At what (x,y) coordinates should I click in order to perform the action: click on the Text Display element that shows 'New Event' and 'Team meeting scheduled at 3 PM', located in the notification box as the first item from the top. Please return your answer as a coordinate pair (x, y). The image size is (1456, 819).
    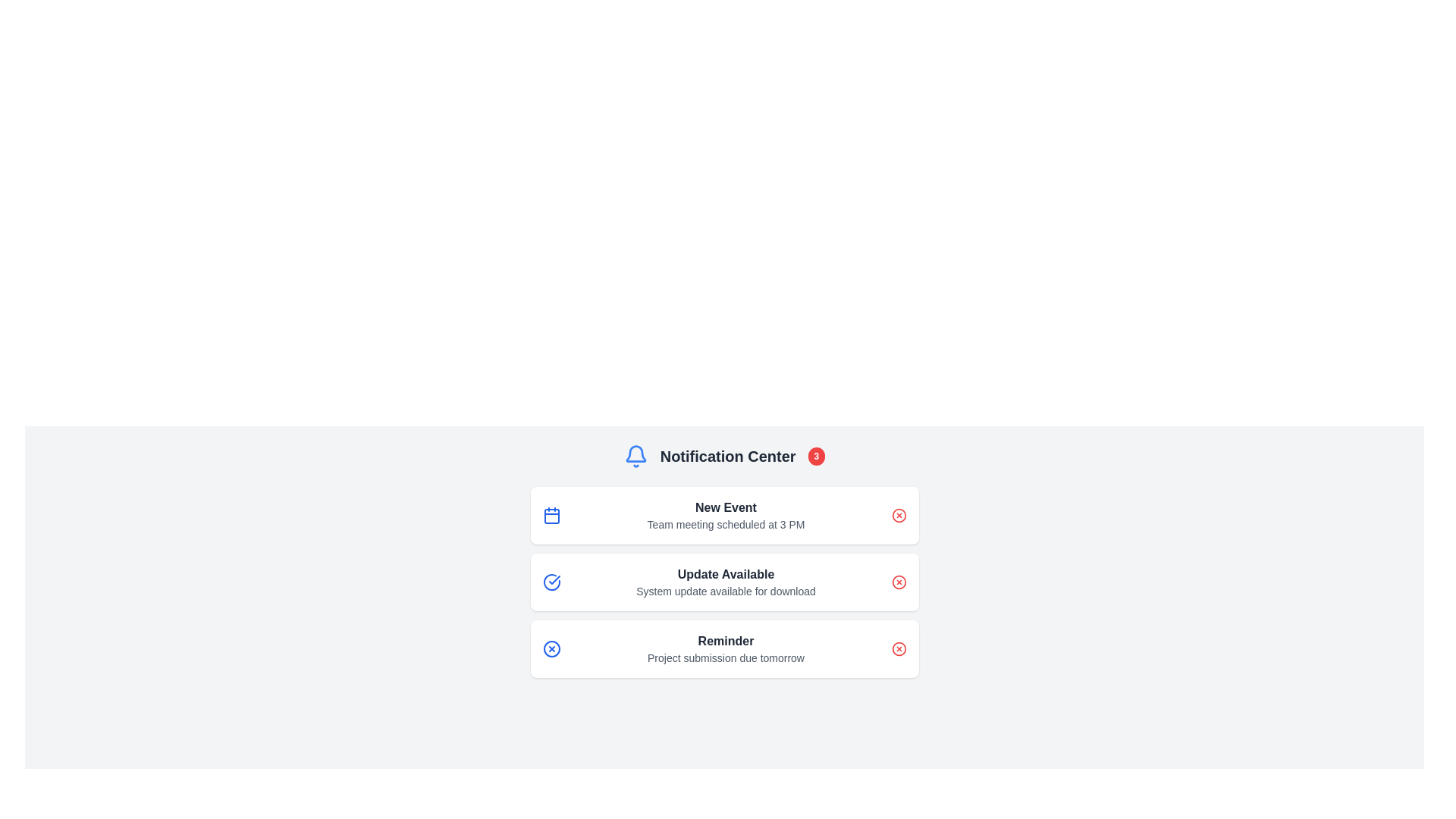
    Looking at the image, I should click on (725, 514).